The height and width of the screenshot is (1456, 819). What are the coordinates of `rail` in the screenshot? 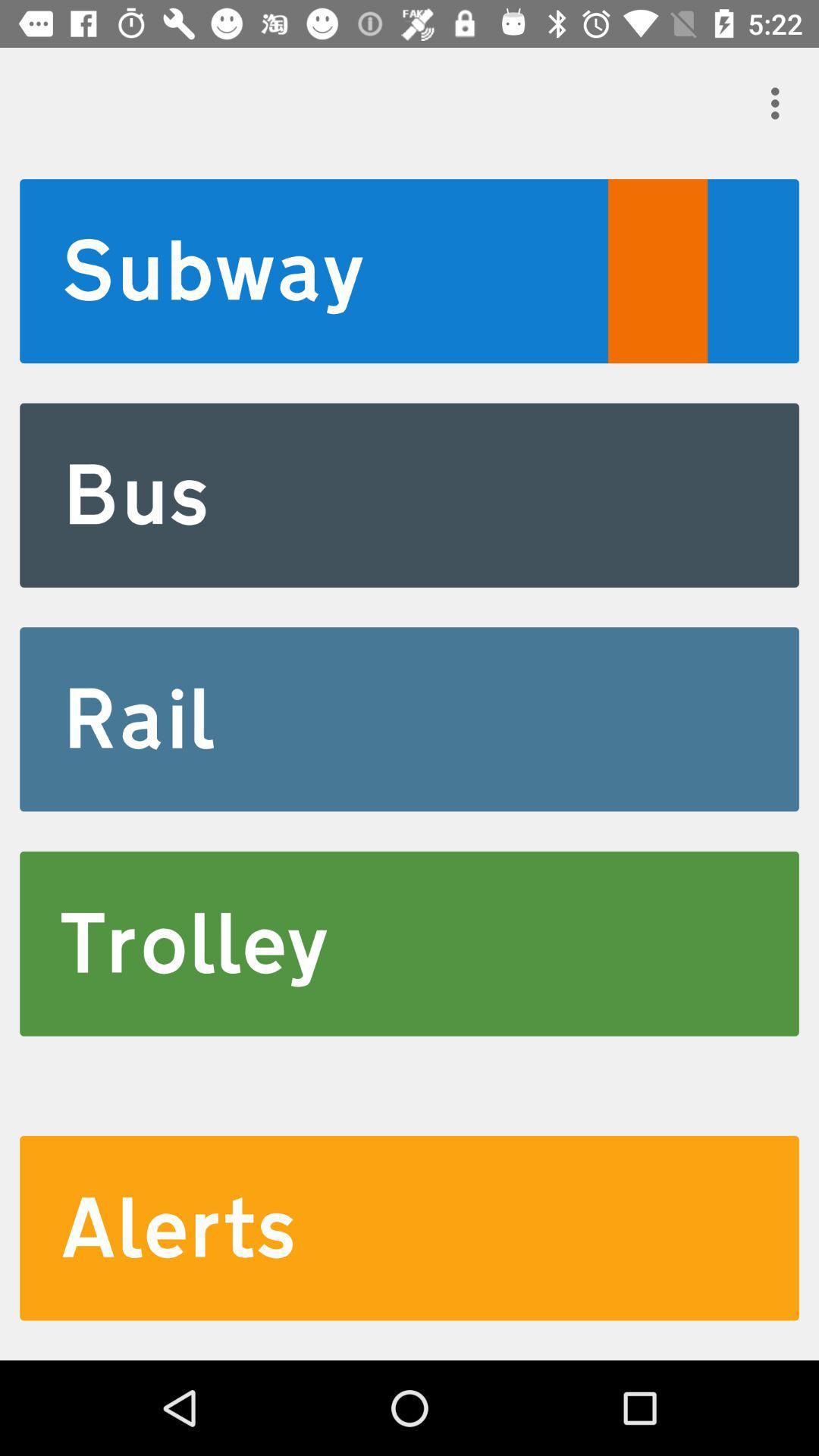 It's located at (409, 718).